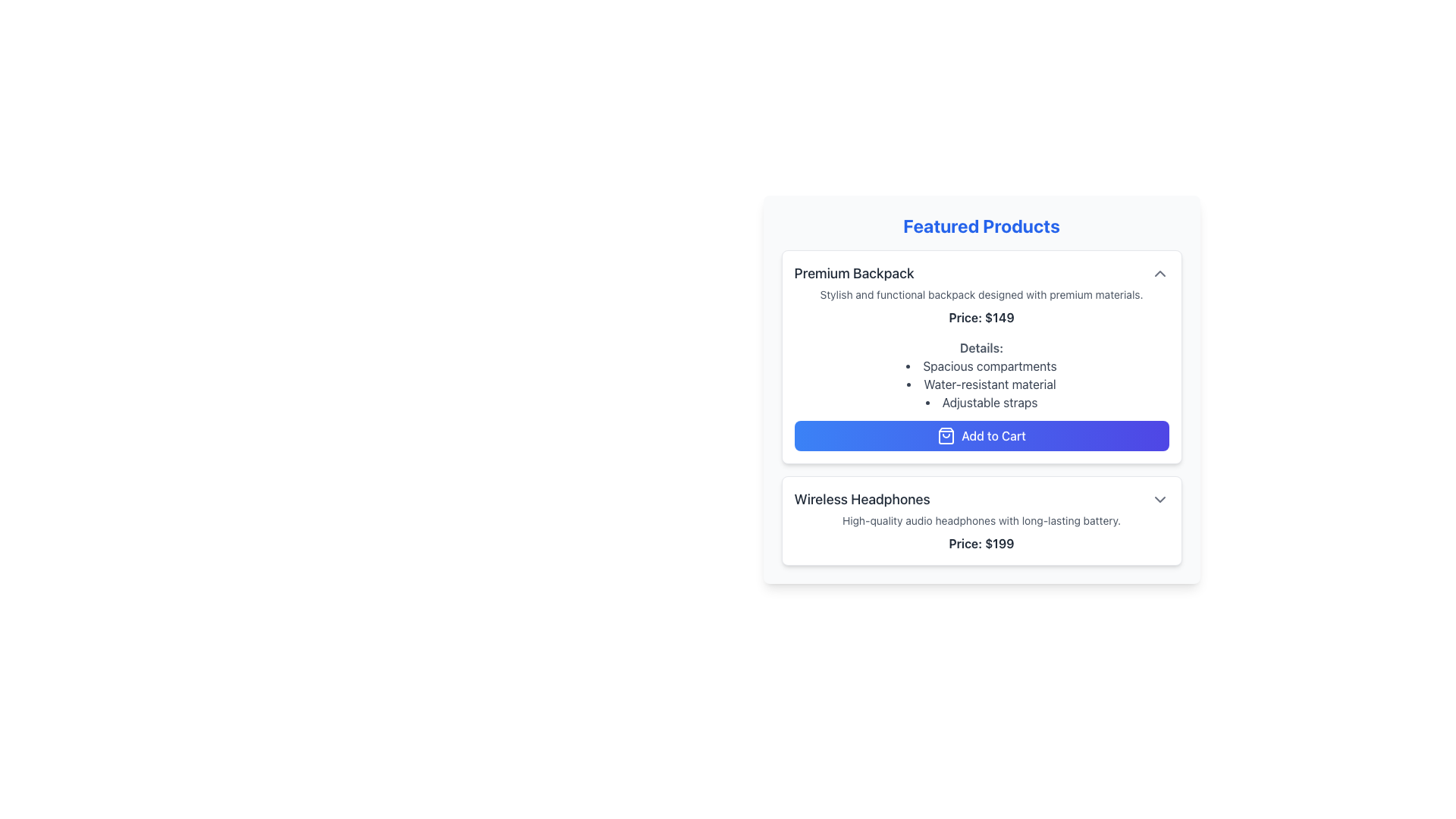  What do you see at coordinates (981, 402) in the screenshot?
I see `the third bullet point in the 'Details' section of the 'Premium Backpack' product card which highlights the feature of adjustable straps` at bounding box center [981, 402].